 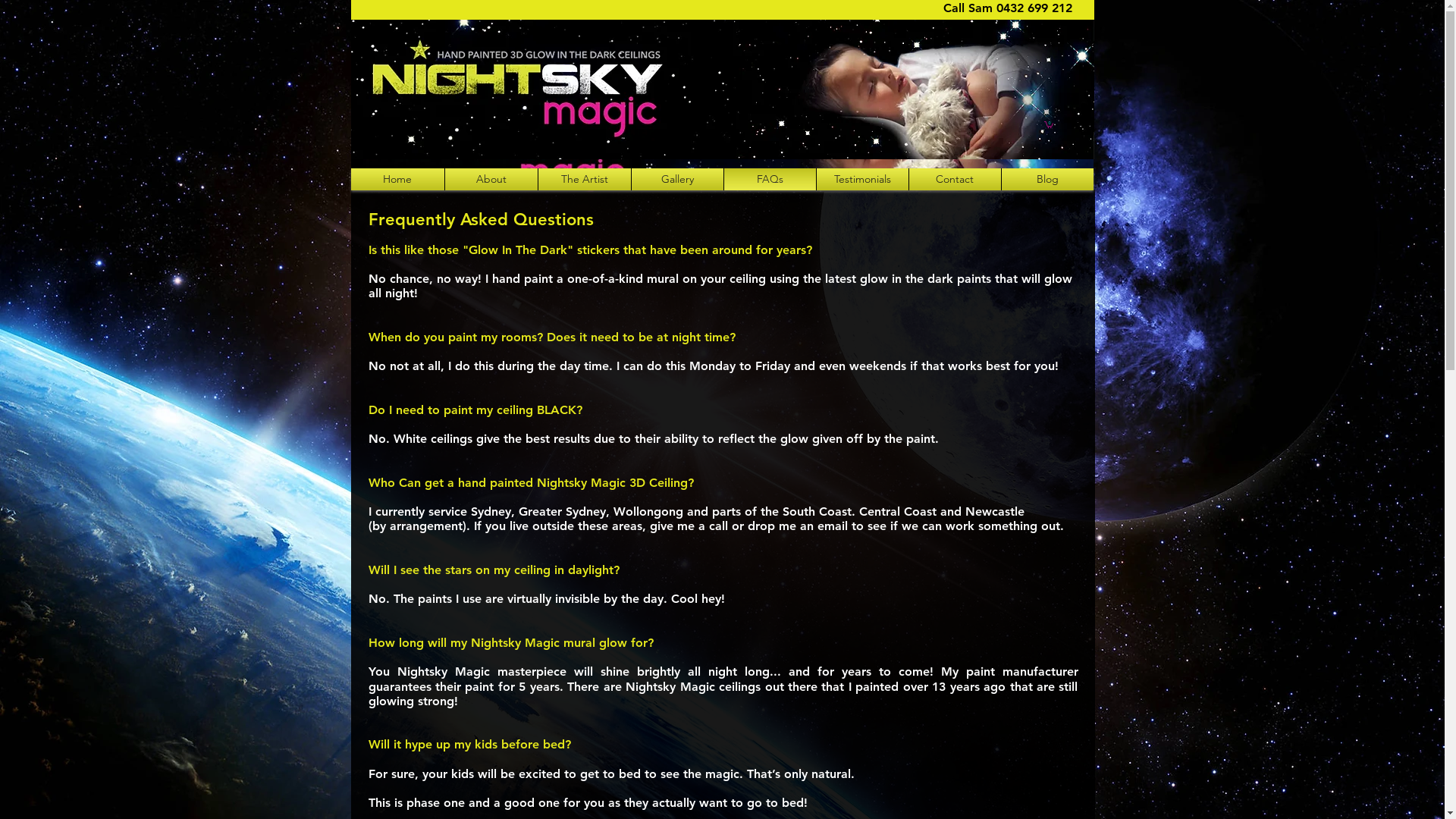 What do you see at coordinates (397, 178) in the screenshot?
I see `'Home'` at bounding box center [397, 178].